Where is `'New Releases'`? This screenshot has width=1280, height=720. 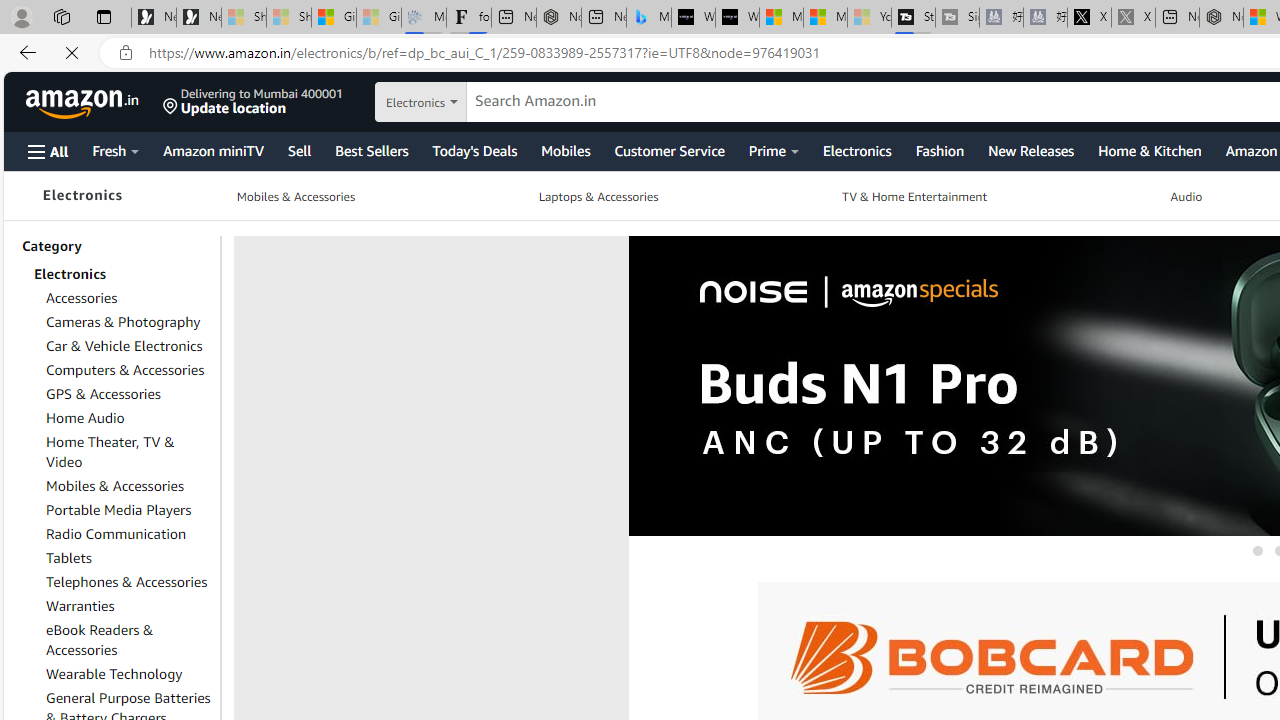 'New Releases' is located at coordinates (1030, 149).